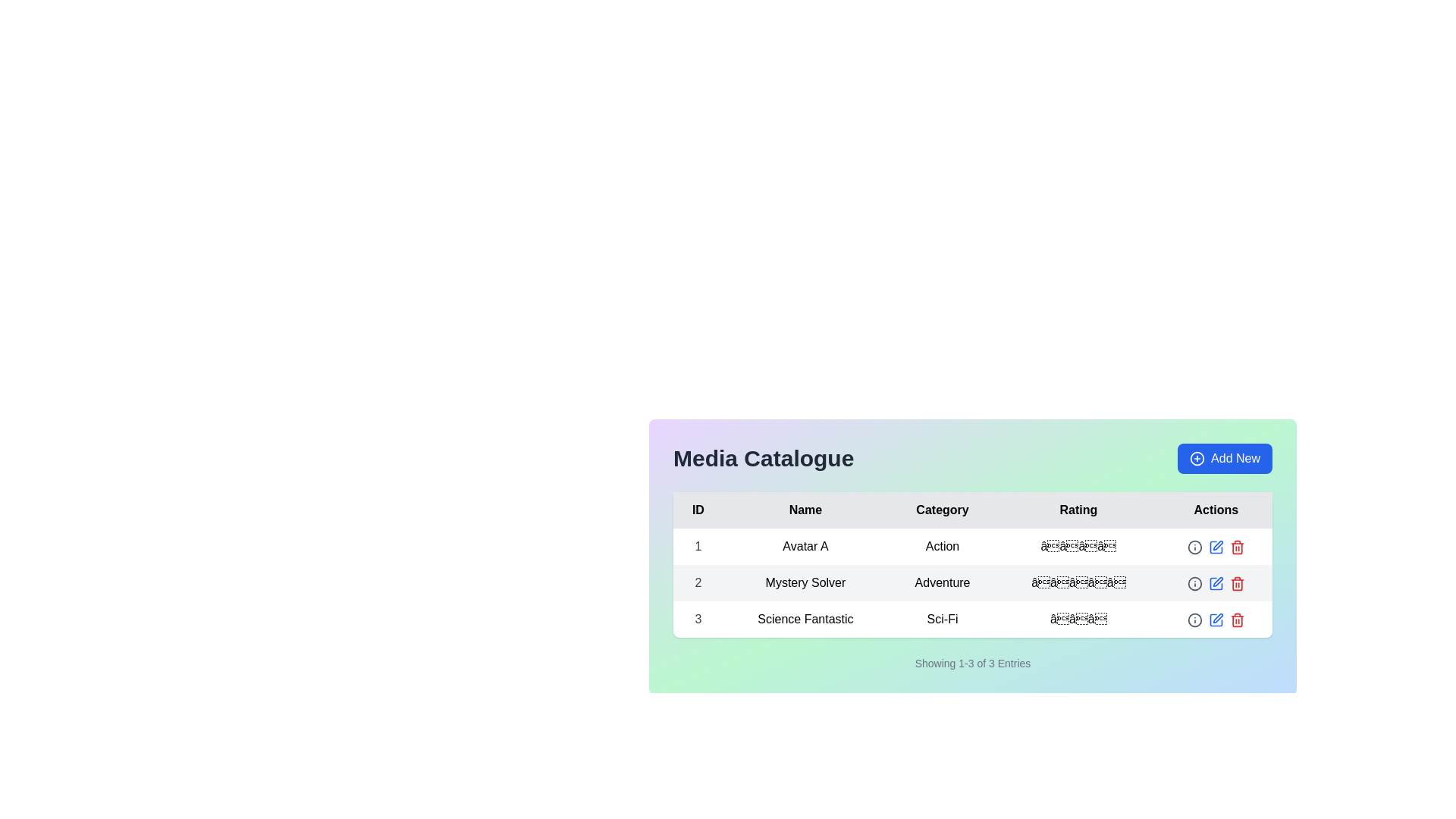 The width and height of the screenshot is (1456, 819). Describe the element at coordinates (1078, 547) in the screenshot. I see `the stars in the Rating Display for the media titled 'Avatar A' in the 'Rating' column to change the rating` at that location.